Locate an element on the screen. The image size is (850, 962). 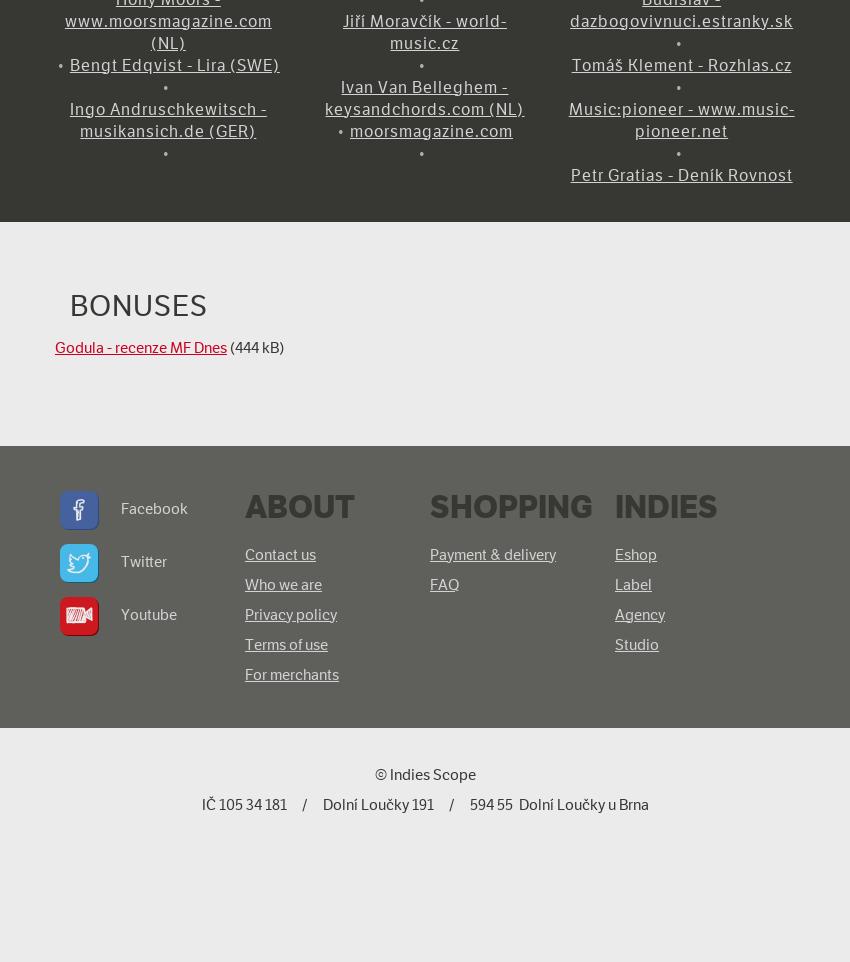
'Facebook' is located at coordinates (154, 507).